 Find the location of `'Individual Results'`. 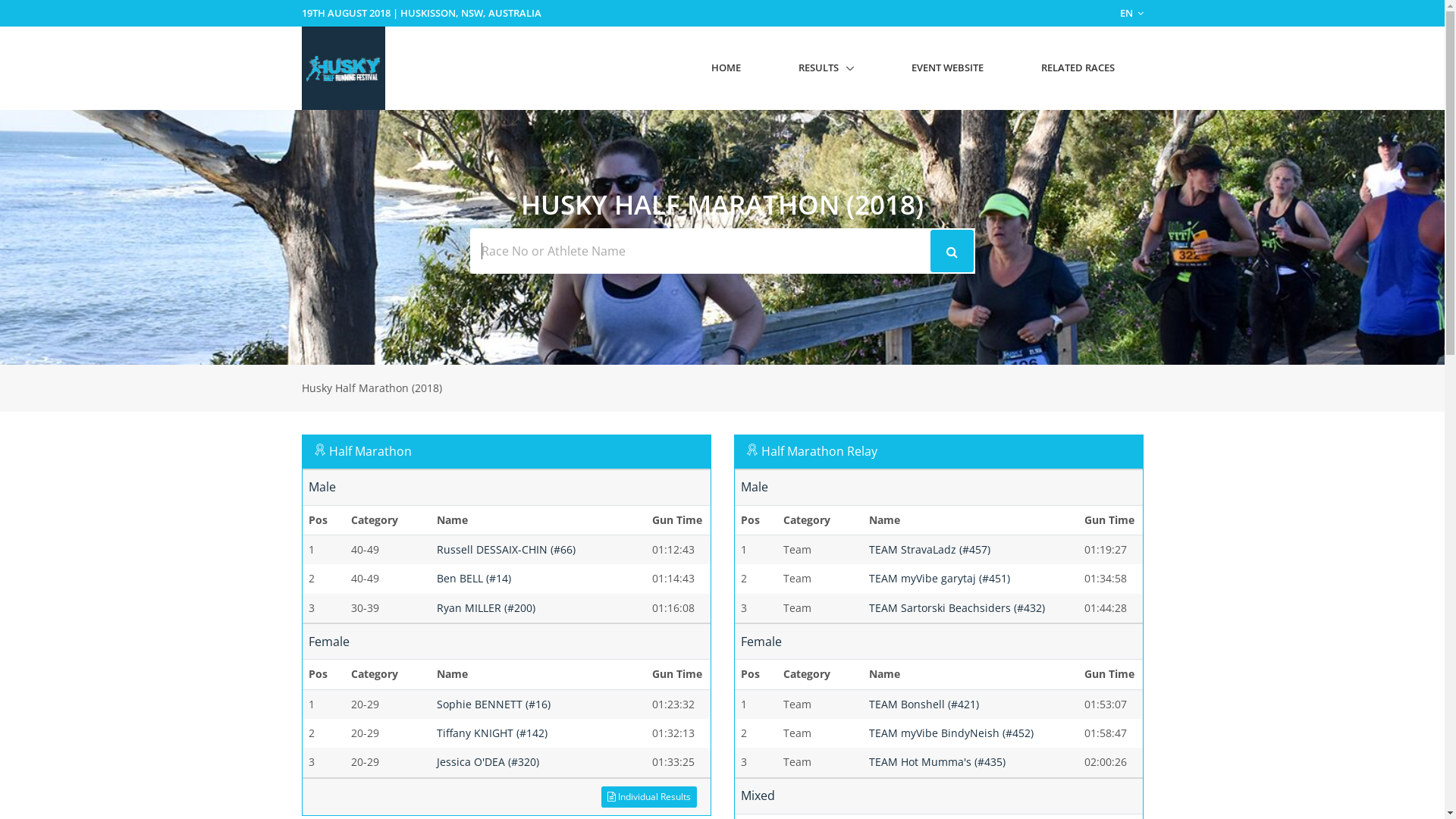

'Individual Results' is located at coordinates (600, 795).